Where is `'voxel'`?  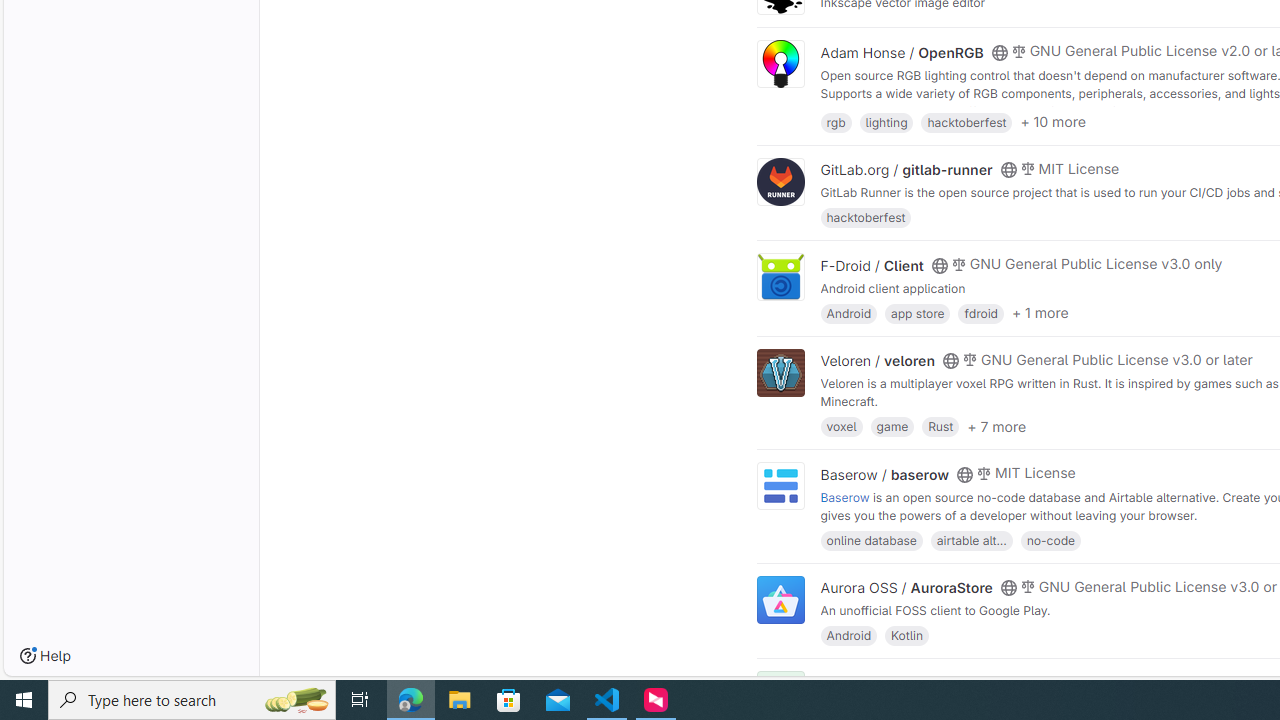 'voxel' is located at coordinates (841, 425).